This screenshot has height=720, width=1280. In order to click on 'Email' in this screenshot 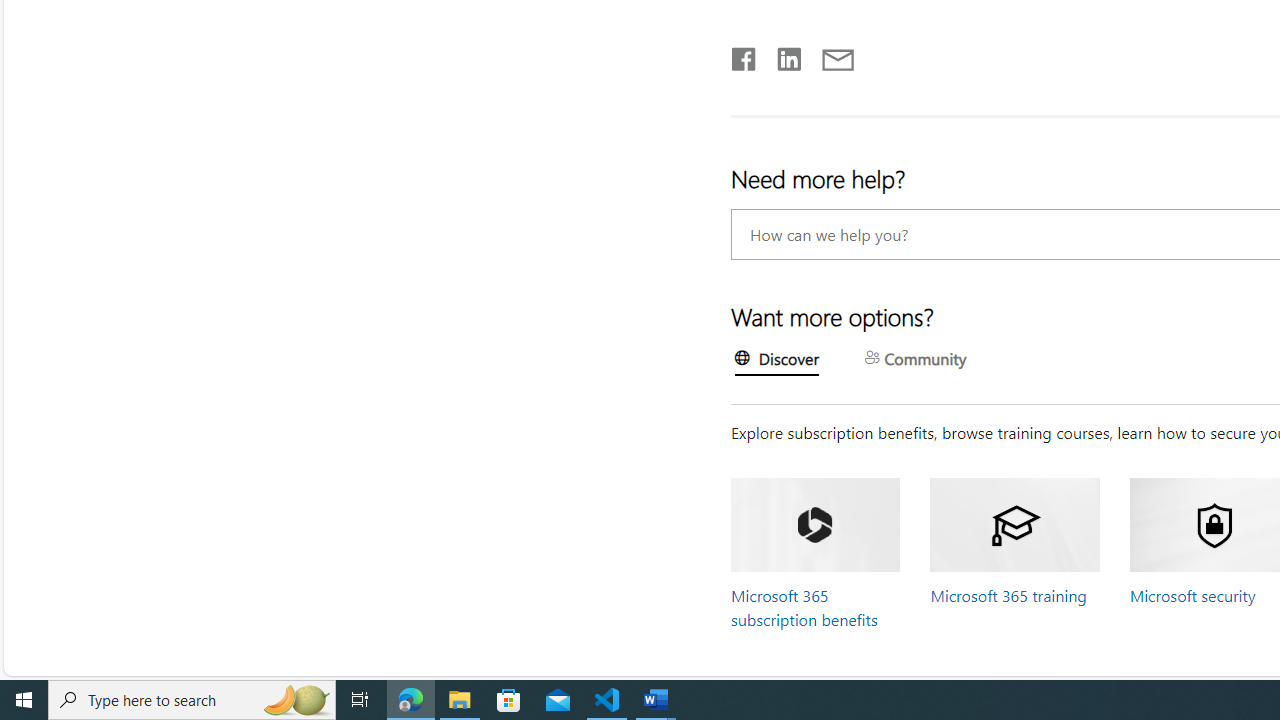, I will do `click(837, 54)`.